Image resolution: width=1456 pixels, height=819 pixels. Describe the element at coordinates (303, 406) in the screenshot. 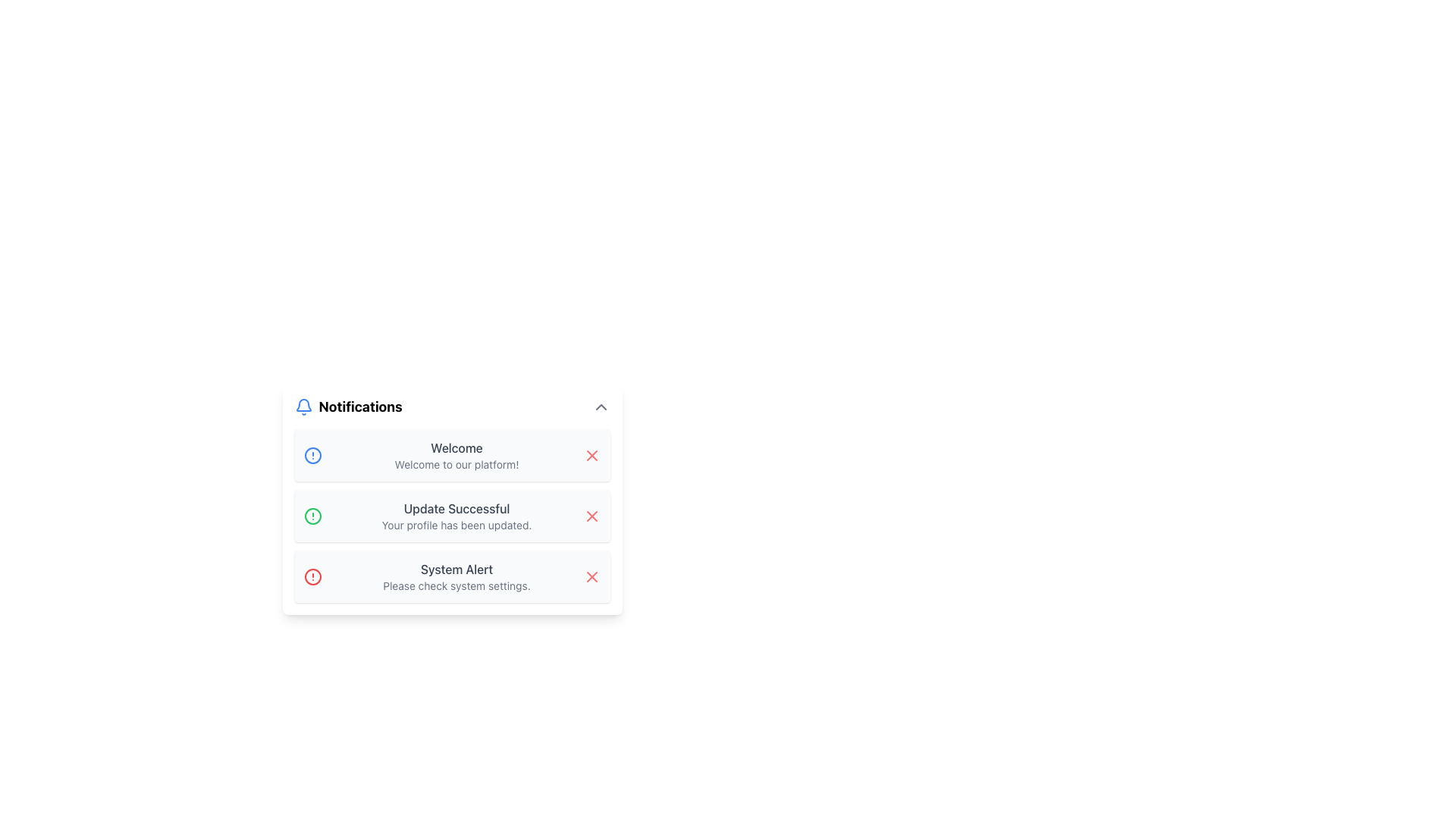

I see `the blue outlined bell-shaped icon located to the left of the 'Notifications' label in the notifications panel header` at that location.